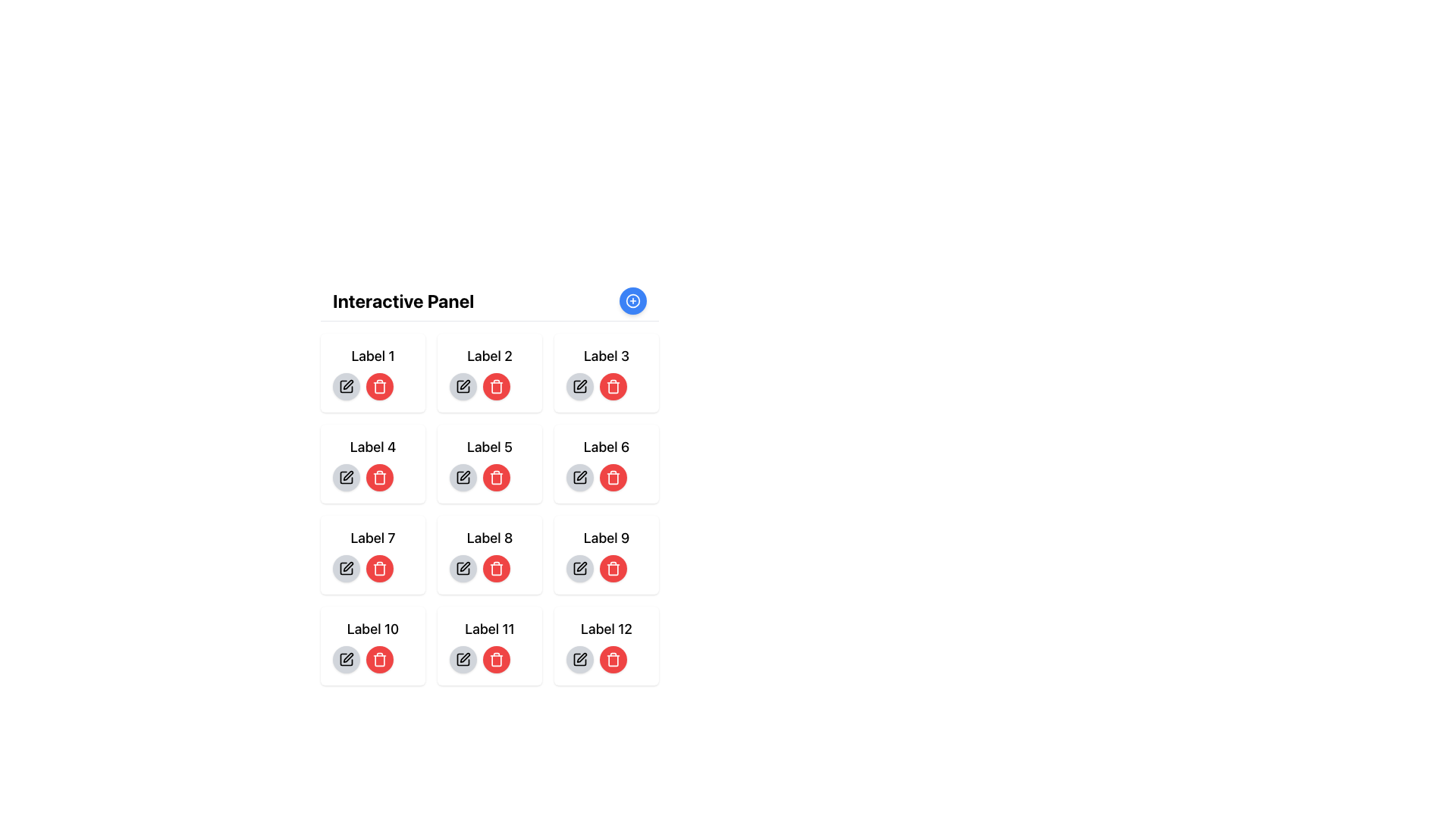 This screenshot has width=1456, height=819. I want to click on the button located in the third cell of the top row beneath the label 'Interactive Panel', so click(579, 385).